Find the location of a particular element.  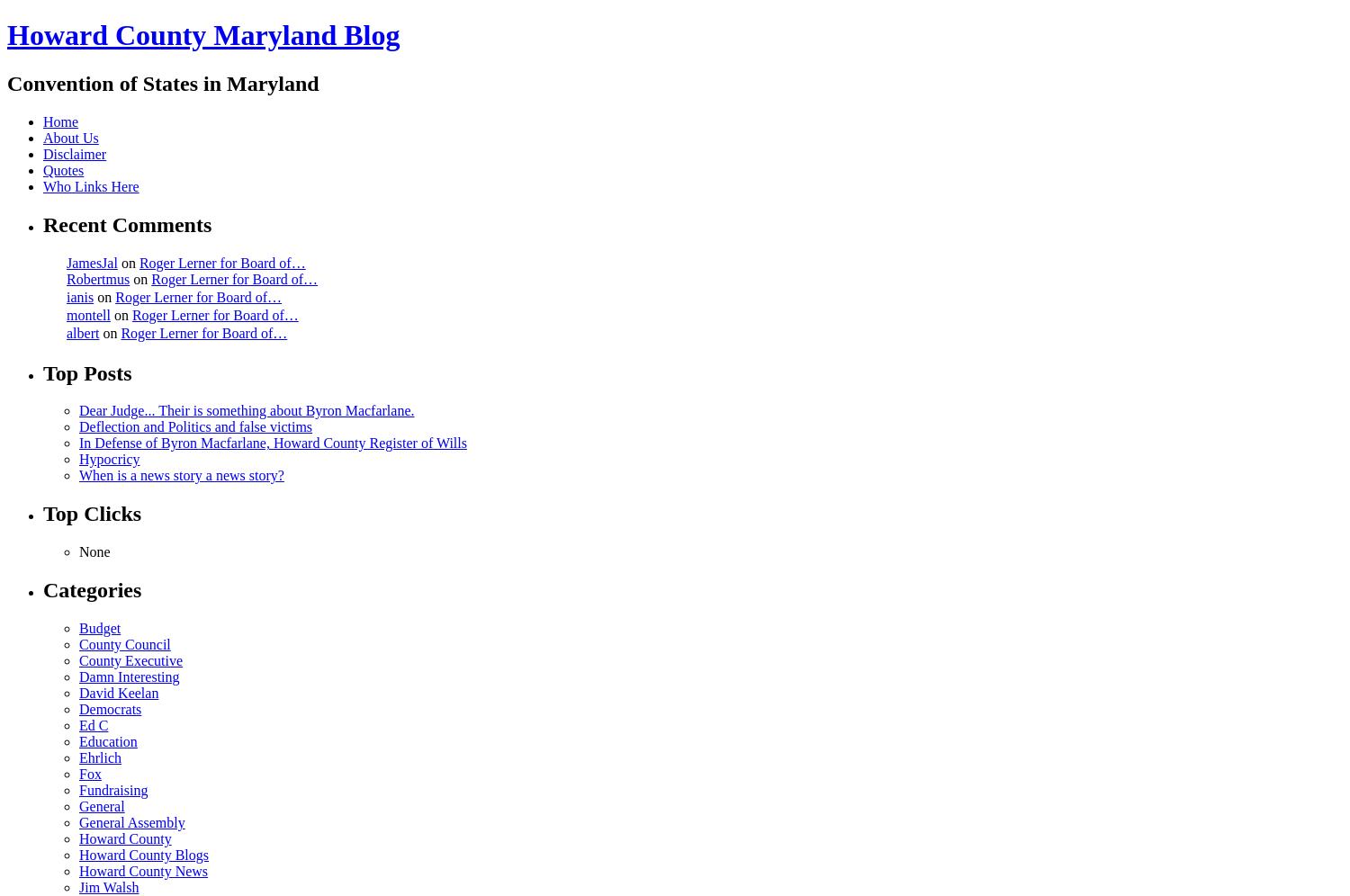

'Howard County News' is located at coordinates (143, 870).